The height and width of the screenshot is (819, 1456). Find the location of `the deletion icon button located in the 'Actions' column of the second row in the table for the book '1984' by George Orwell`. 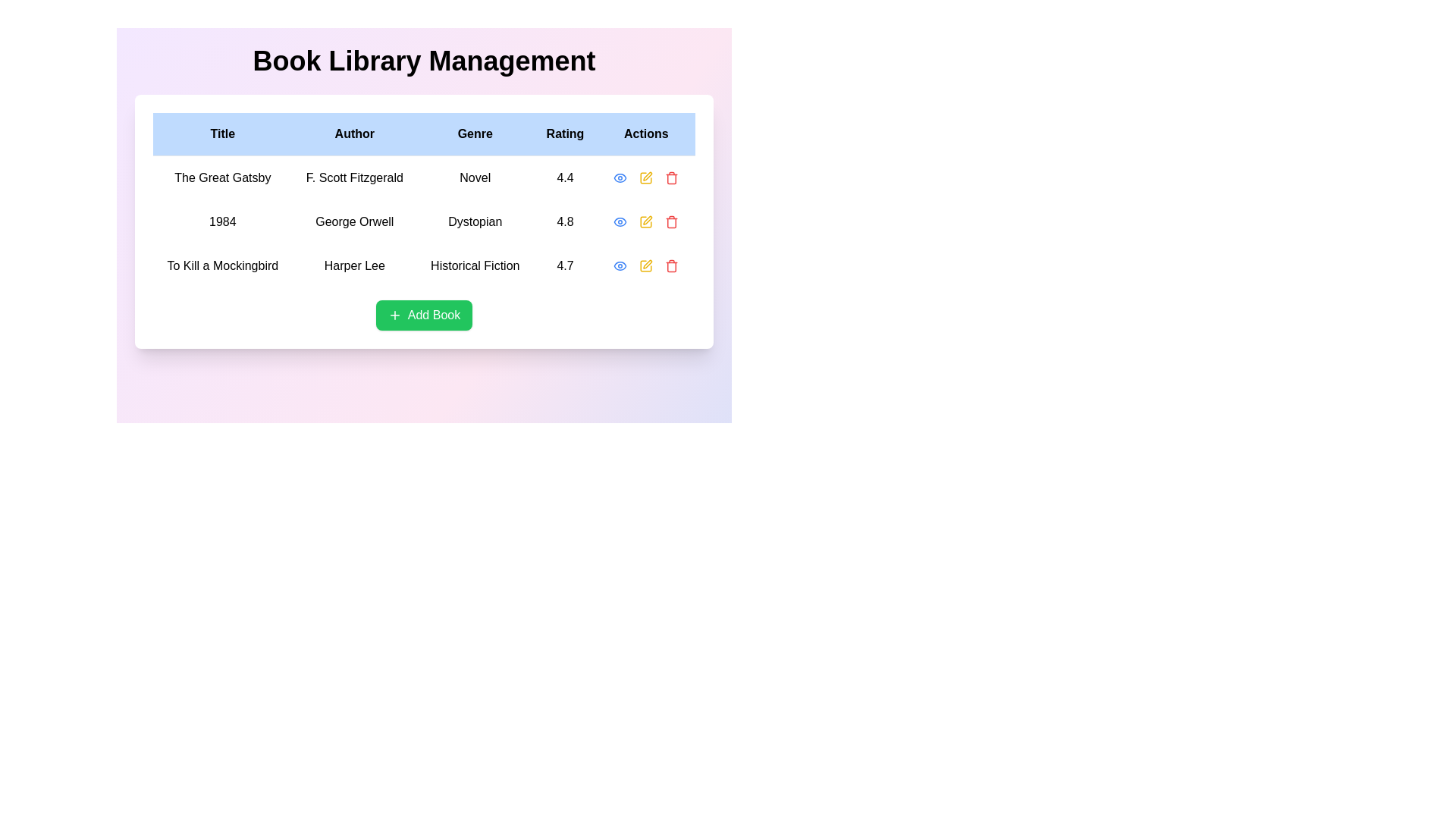

the deletion icon button located in the 'Actions' column of the second row in the table for the book '1984' by George Orwell is located at coordinates (671, 222).